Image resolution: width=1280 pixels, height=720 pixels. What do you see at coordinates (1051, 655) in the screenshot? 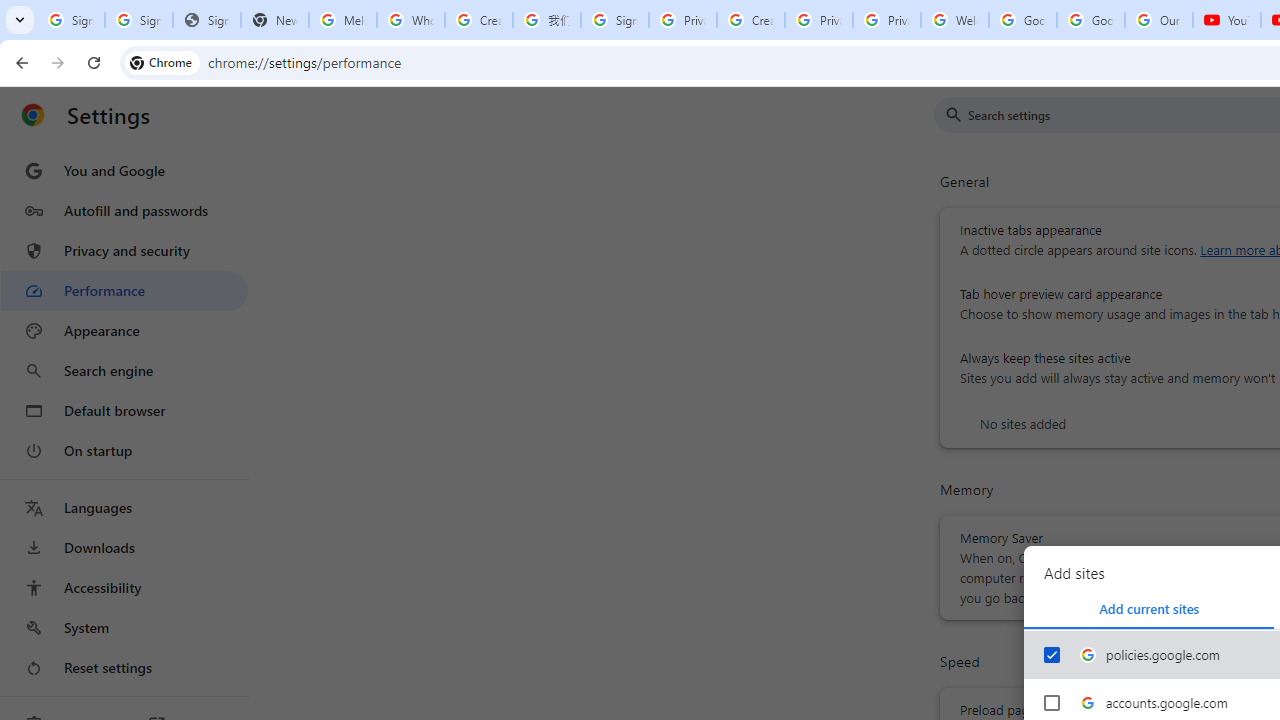
I see `'policies.google.com'` at bounding box center [1051, 655].